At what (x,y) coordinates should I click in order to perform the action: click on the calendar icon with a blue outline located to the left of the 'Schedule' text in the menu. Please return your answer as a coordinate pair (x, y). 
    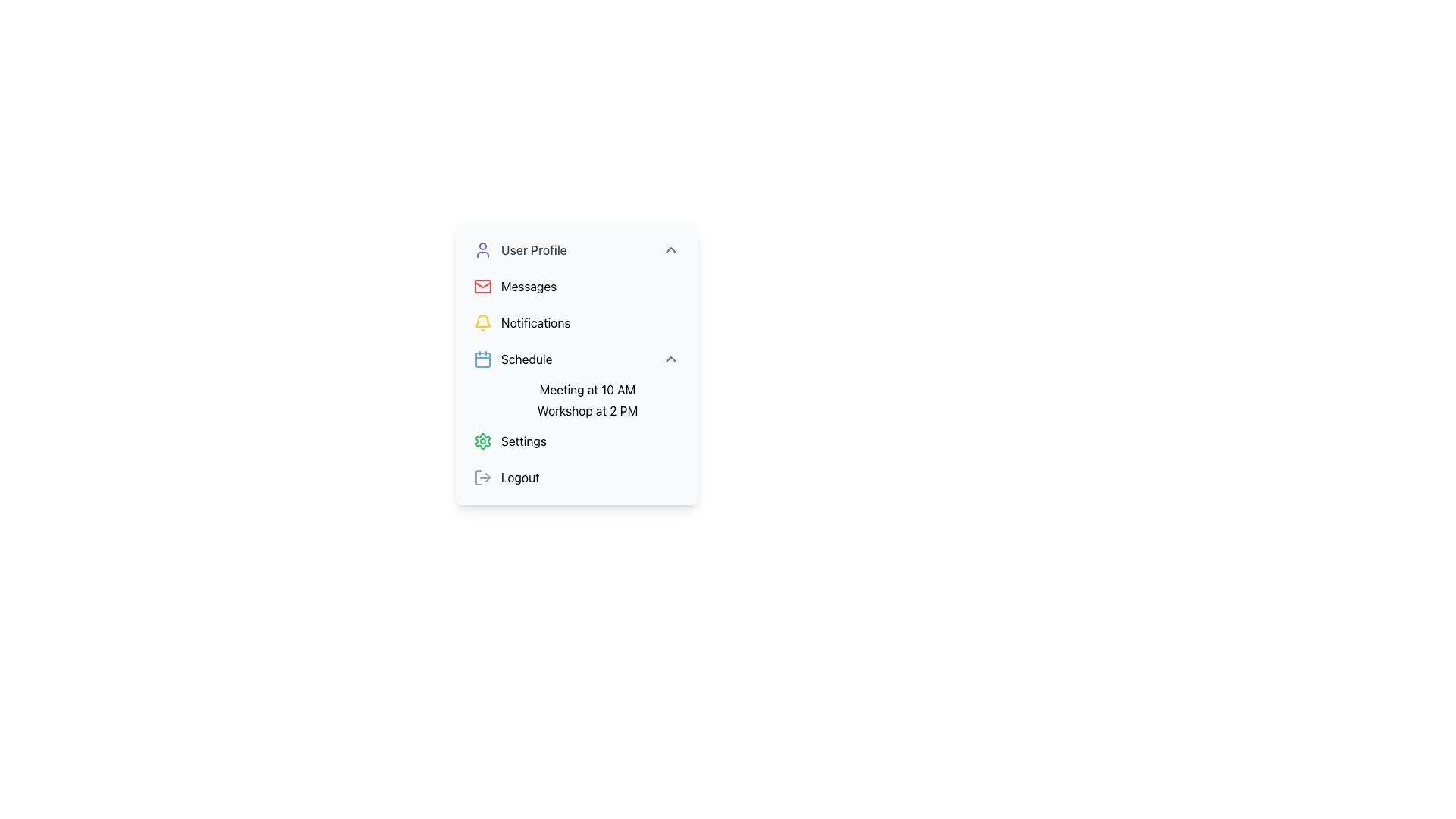
    Looking at the image, I should click on (482, 359).